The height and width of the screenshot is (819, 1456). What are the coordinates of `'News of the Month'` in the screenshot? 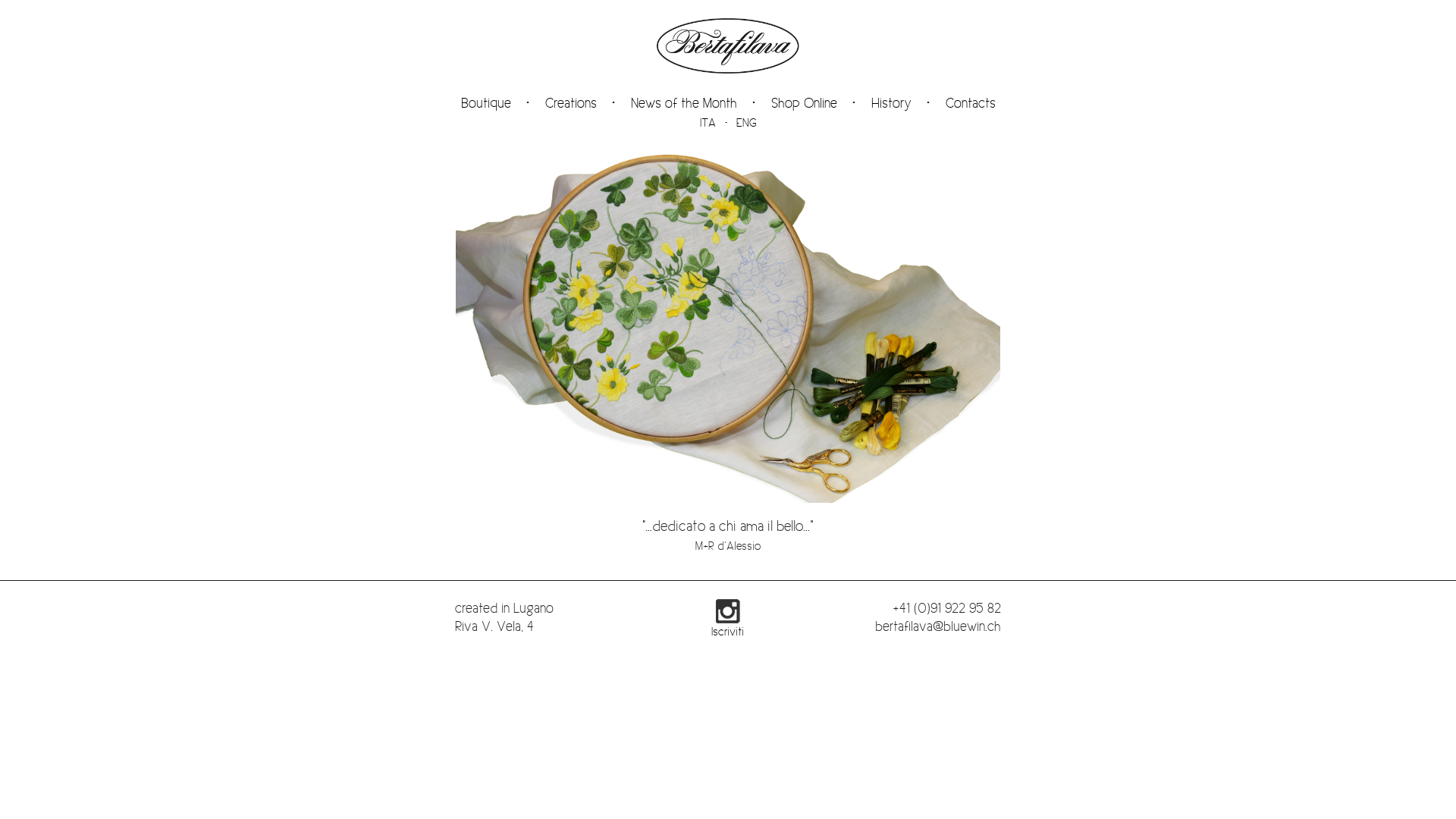 It's located at (683, 102).